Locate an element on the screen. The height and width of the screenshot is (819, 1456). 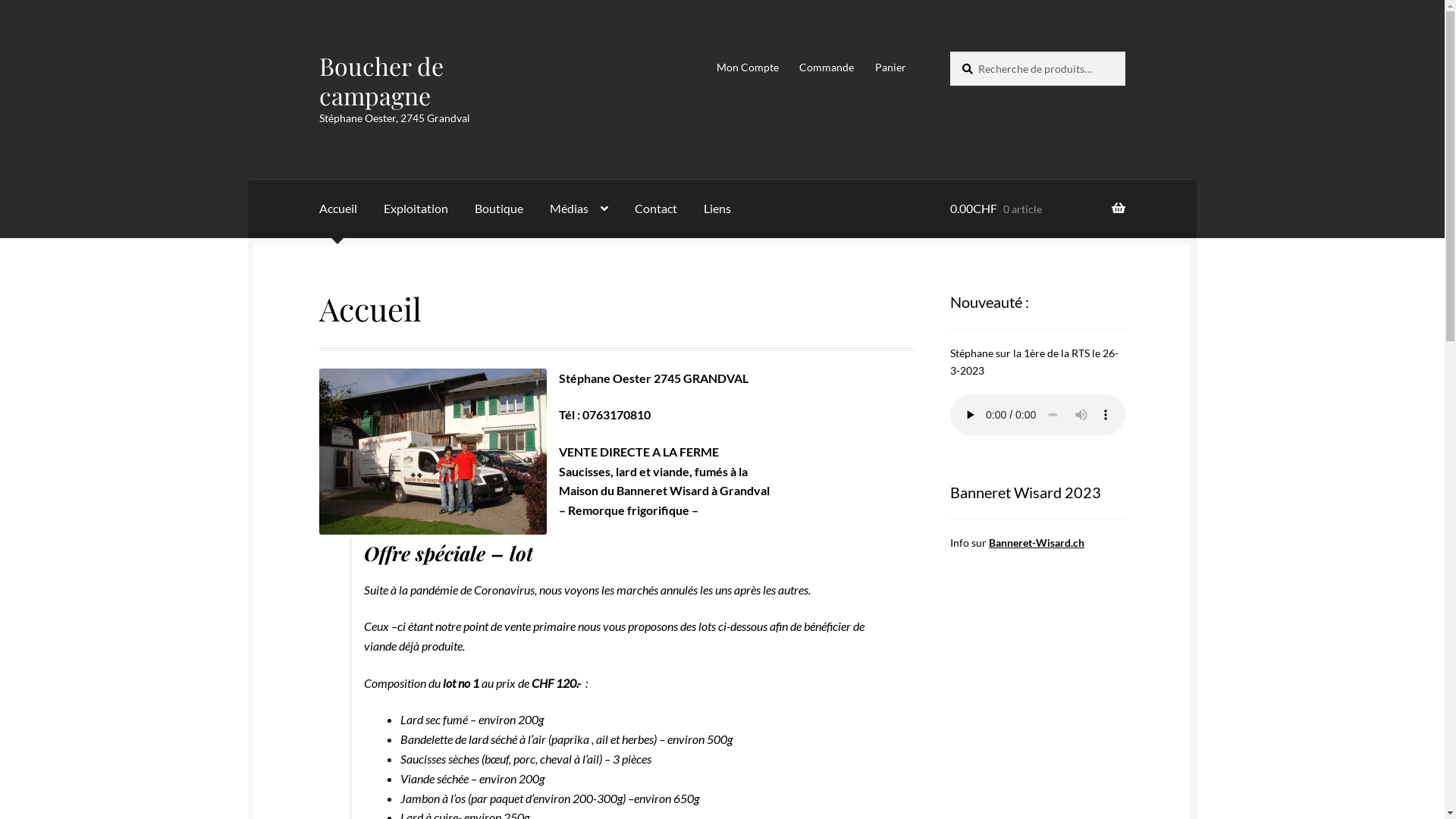
'Panier' is located at coordinates (890, 66).